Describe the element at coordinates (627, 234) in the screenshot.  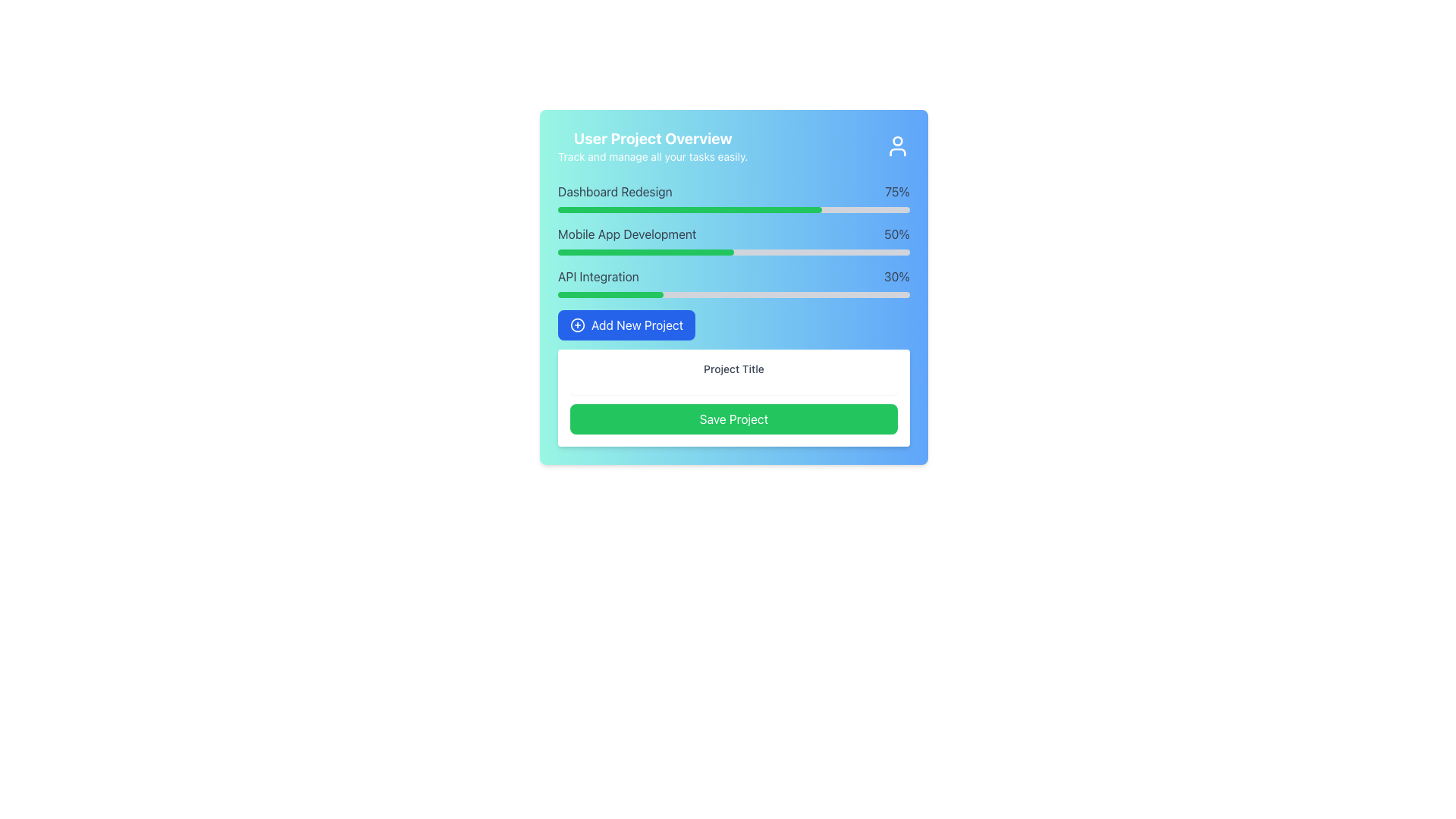
I see `the text label 'Mobile App Development' which is the second row in a list of topics, located between 'Dashboard Redesign' and 'API Integration' with a percentage '50%' displayed to the right` at that location.